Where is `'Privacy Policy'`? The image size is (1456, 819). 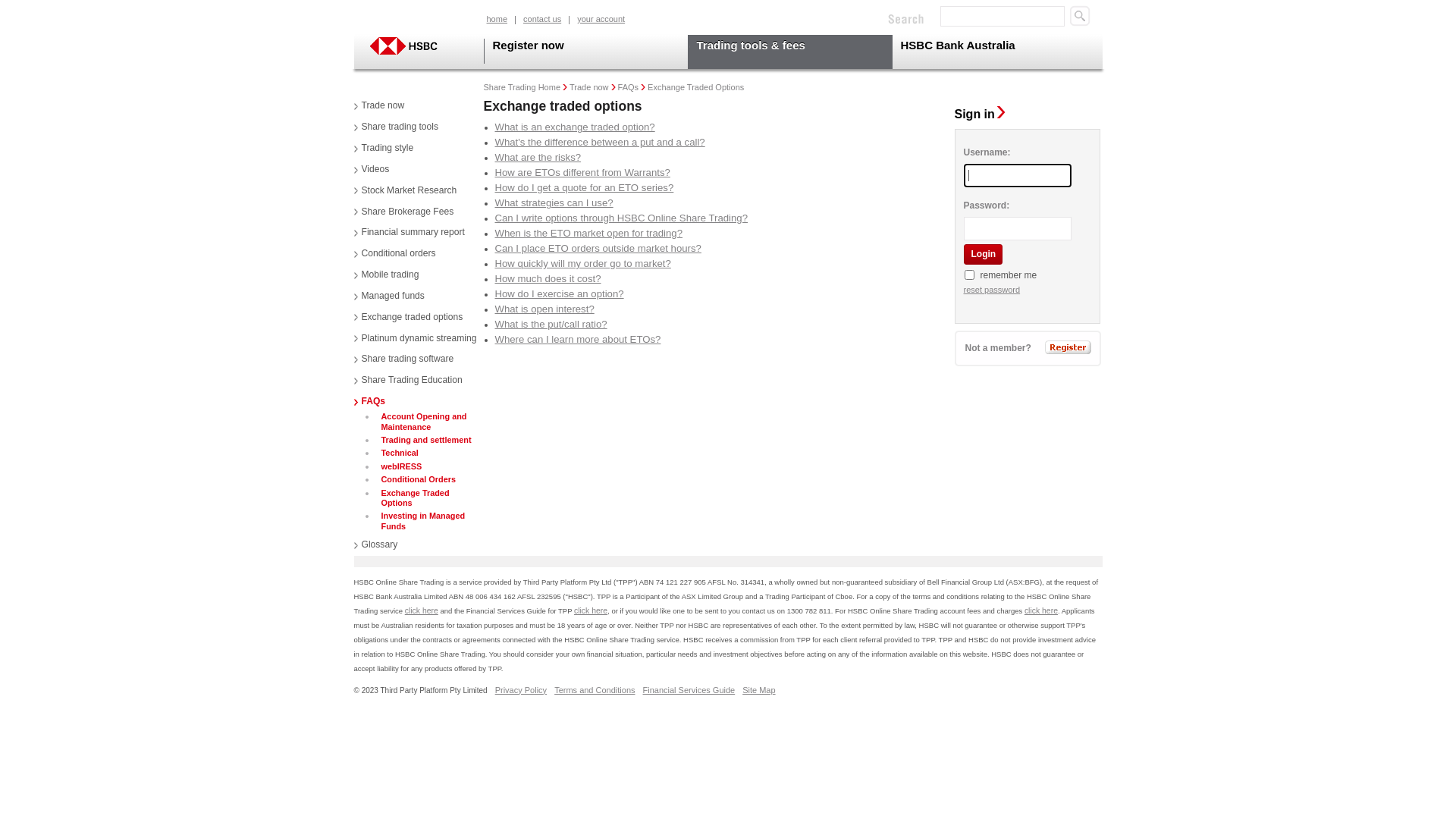 'Privacy Policy' is located at coordinates (494, 690).